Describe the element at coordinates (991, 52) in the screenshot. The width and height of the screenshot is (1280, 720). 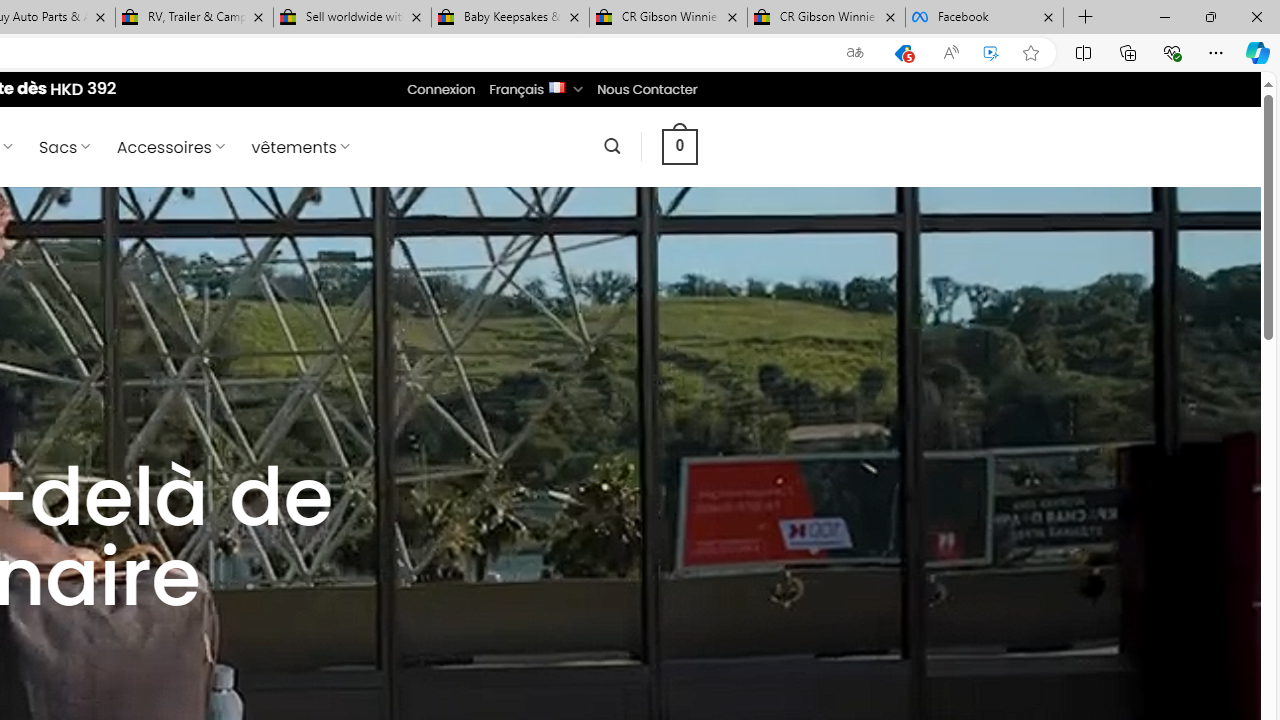
I see `'Enhance video'` at that location.